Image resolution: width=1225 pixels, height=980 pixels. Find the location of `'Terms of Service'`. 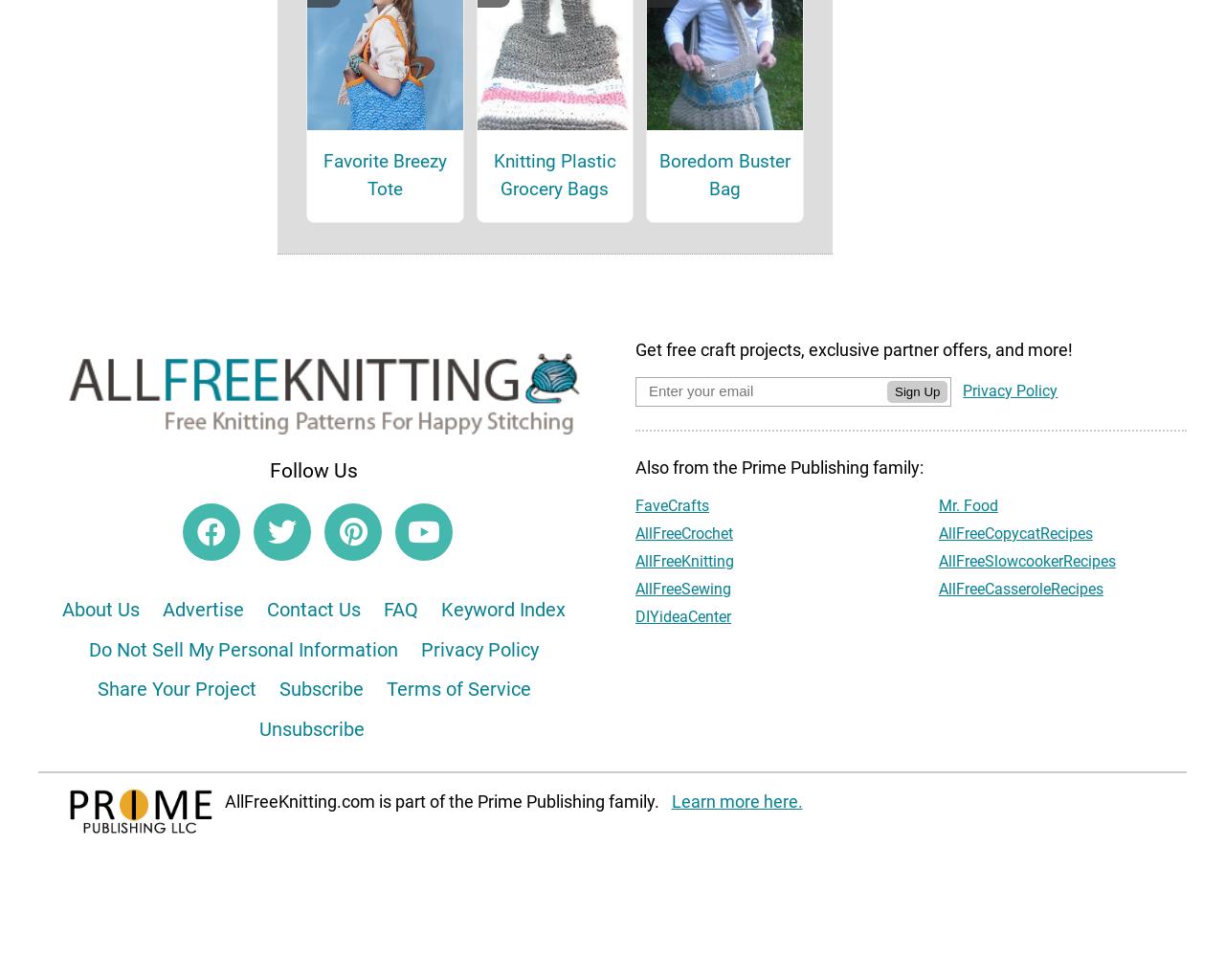

'Terms of Service' is located at coordinates (457, 715).